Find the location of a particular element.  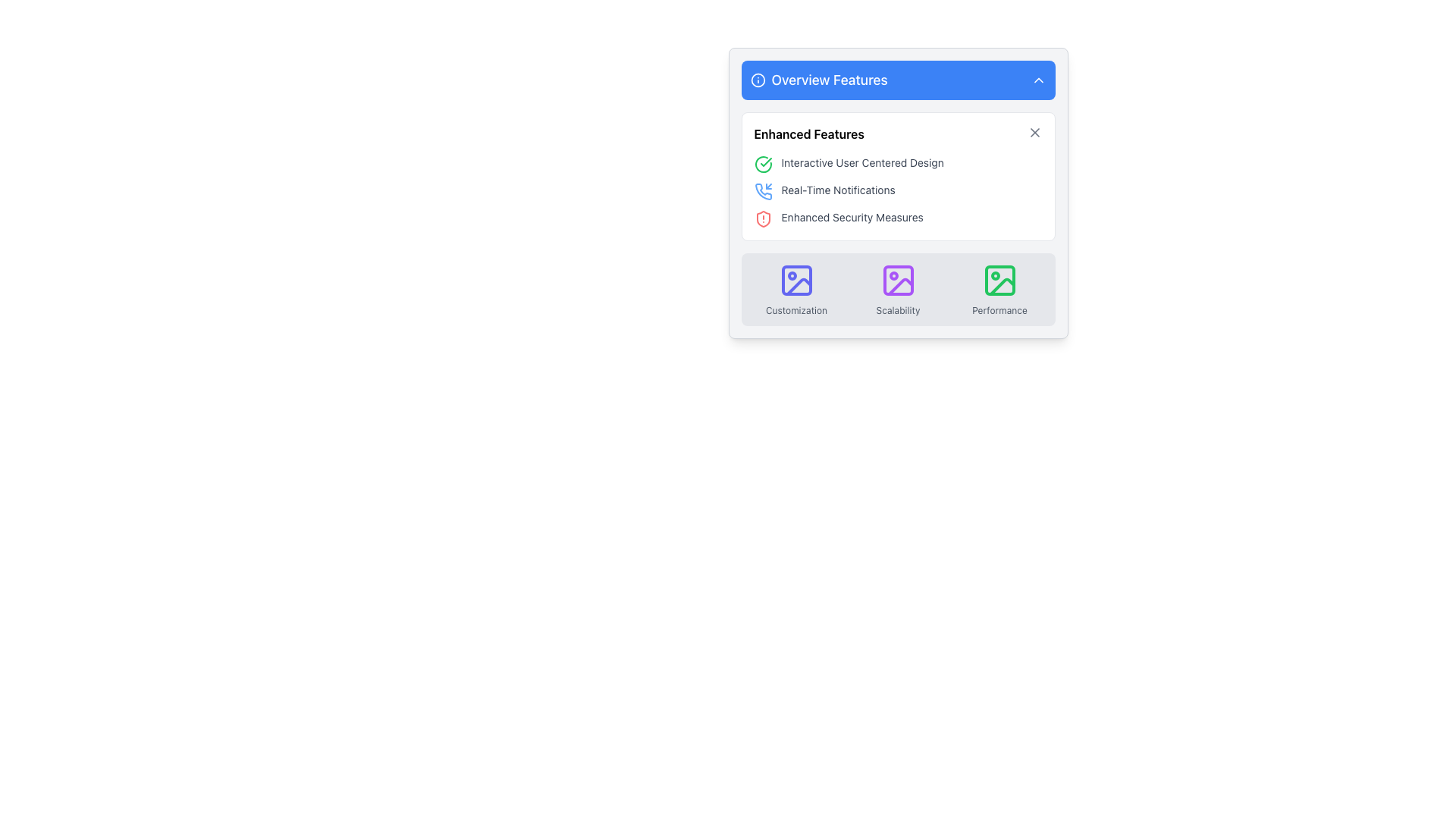

the shield icon with a red alert indication, located to the left of the text 'Enhanced Security Measures' in the 'Enhanced Features' section is located at coordinates (763, 219).